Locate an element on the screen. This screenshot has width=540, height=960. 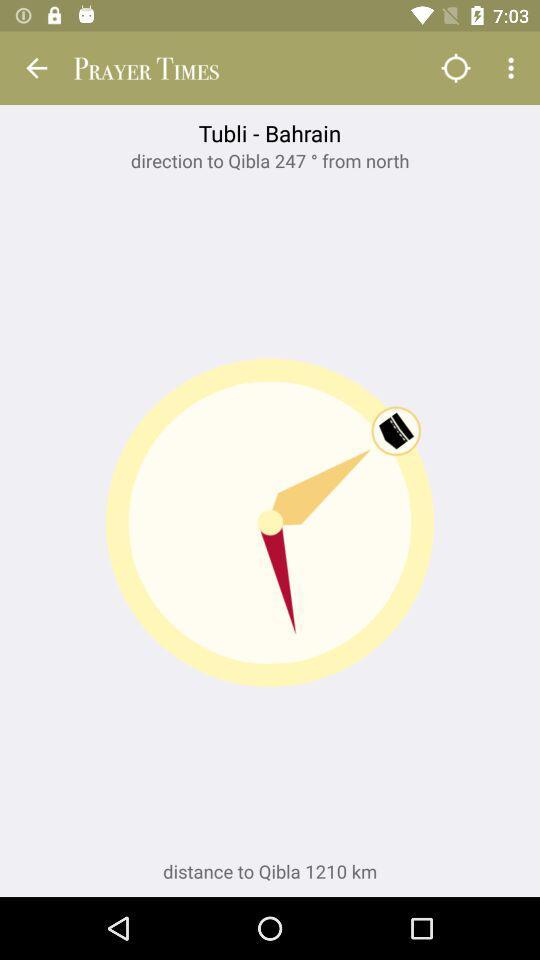
icon above tubli - bahrain icon is located at coordinates (513, 68).